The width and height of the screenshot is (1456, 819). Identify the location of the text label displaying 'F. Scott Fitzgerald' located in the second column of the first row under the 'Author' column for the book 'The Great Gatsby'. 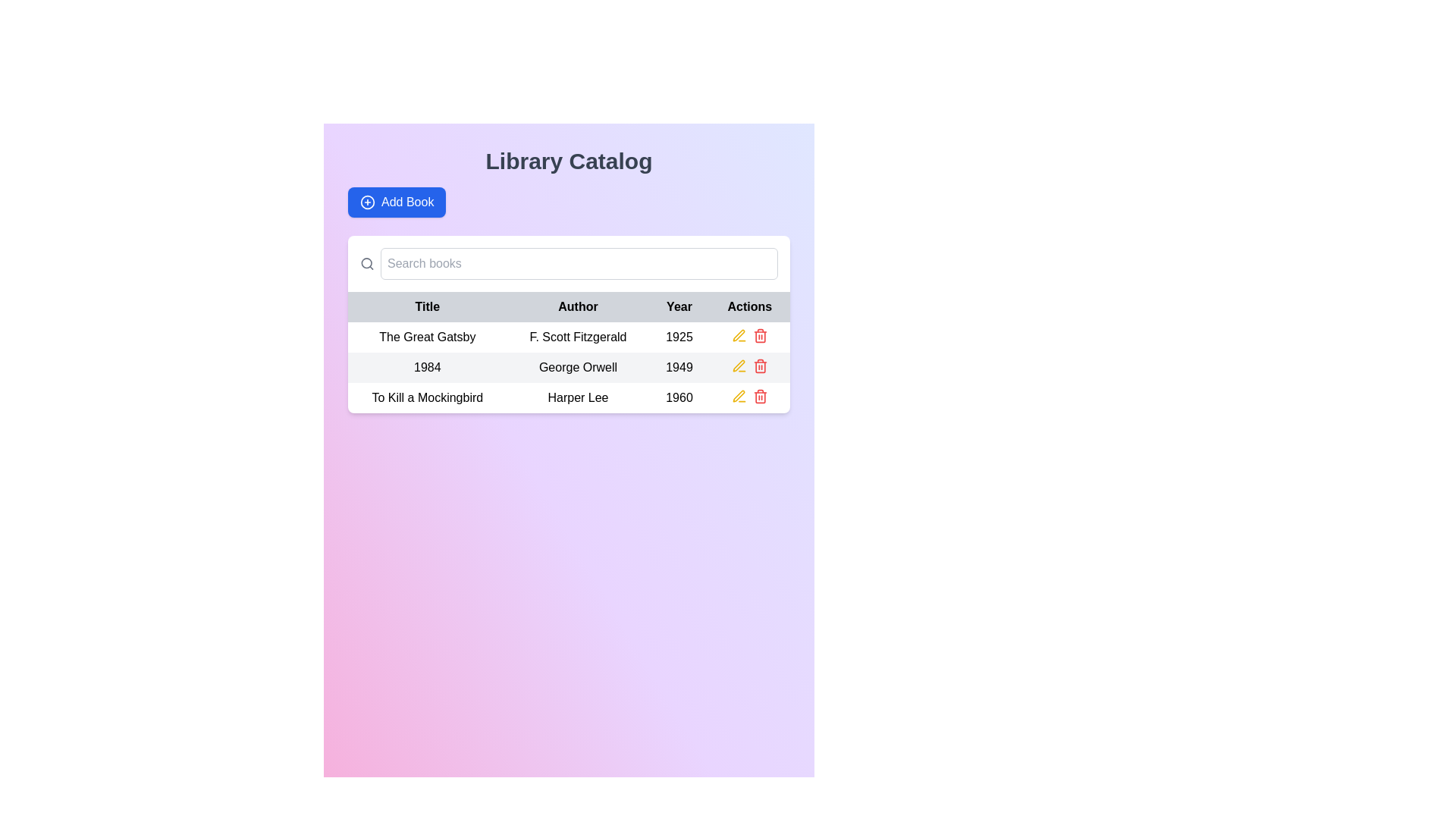
(577, 336).